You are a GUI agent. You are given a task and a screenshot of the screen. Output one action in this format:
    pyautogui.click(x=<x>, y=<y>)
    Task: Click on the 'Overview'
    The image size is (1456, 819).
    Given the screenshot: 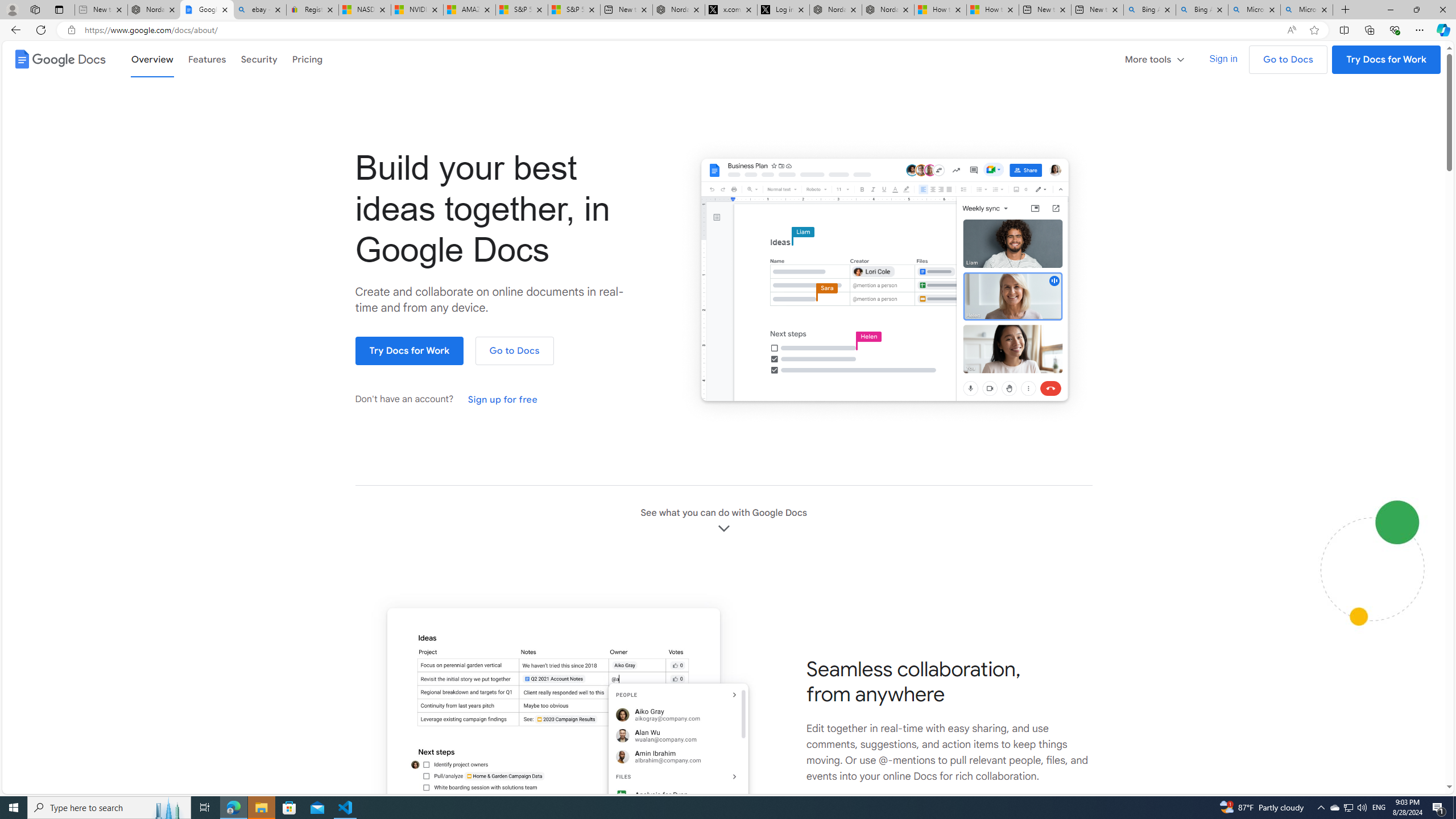 What is the action you would take?
    pyautogui.click(x=151, y=59)
    